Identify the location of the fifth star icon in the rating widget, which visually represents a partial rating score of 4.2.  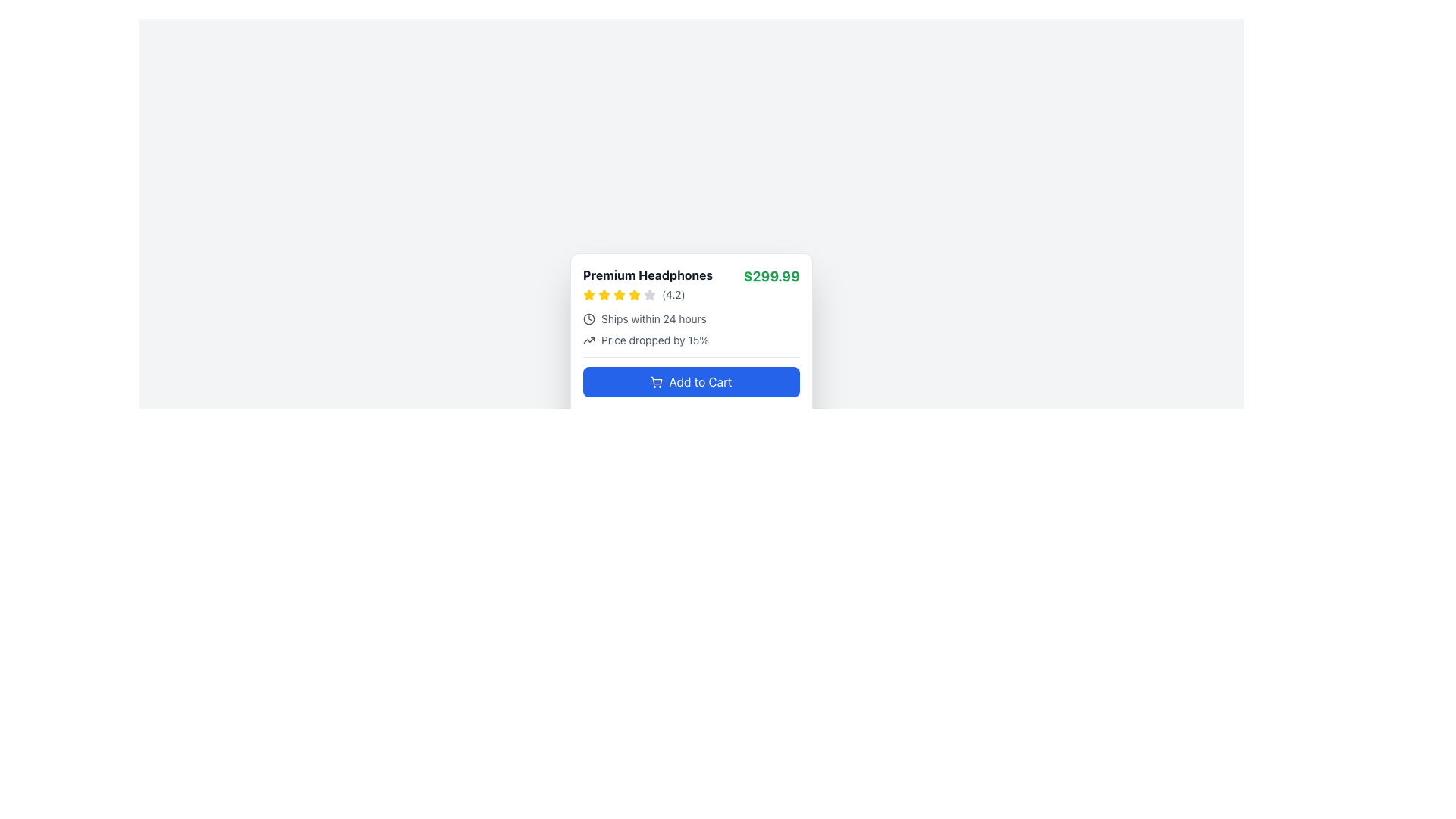
(649, 295).